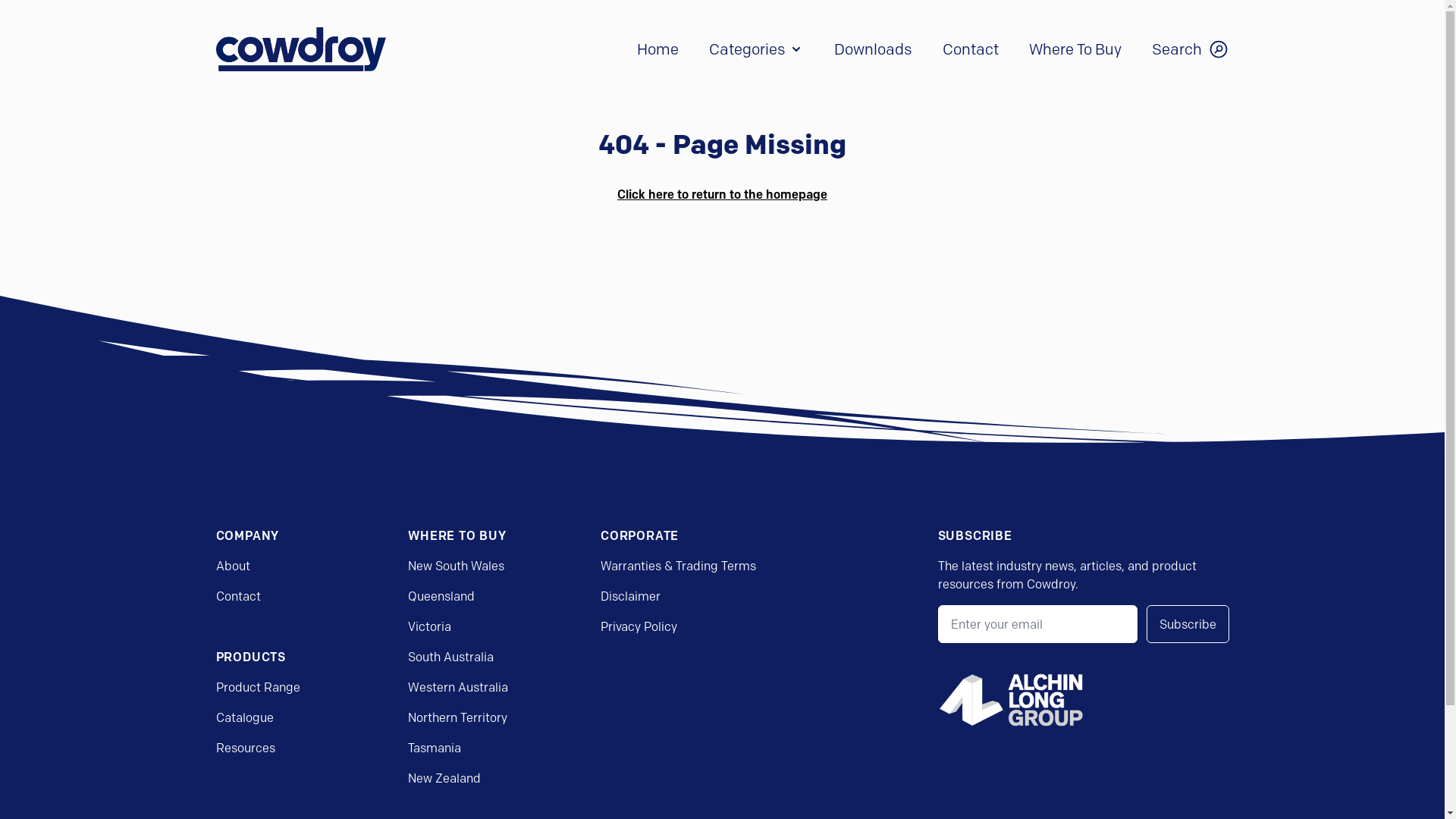  Describe the element at coordinates (214, 595) in the screenshot. I see `'Contact'` at that location.